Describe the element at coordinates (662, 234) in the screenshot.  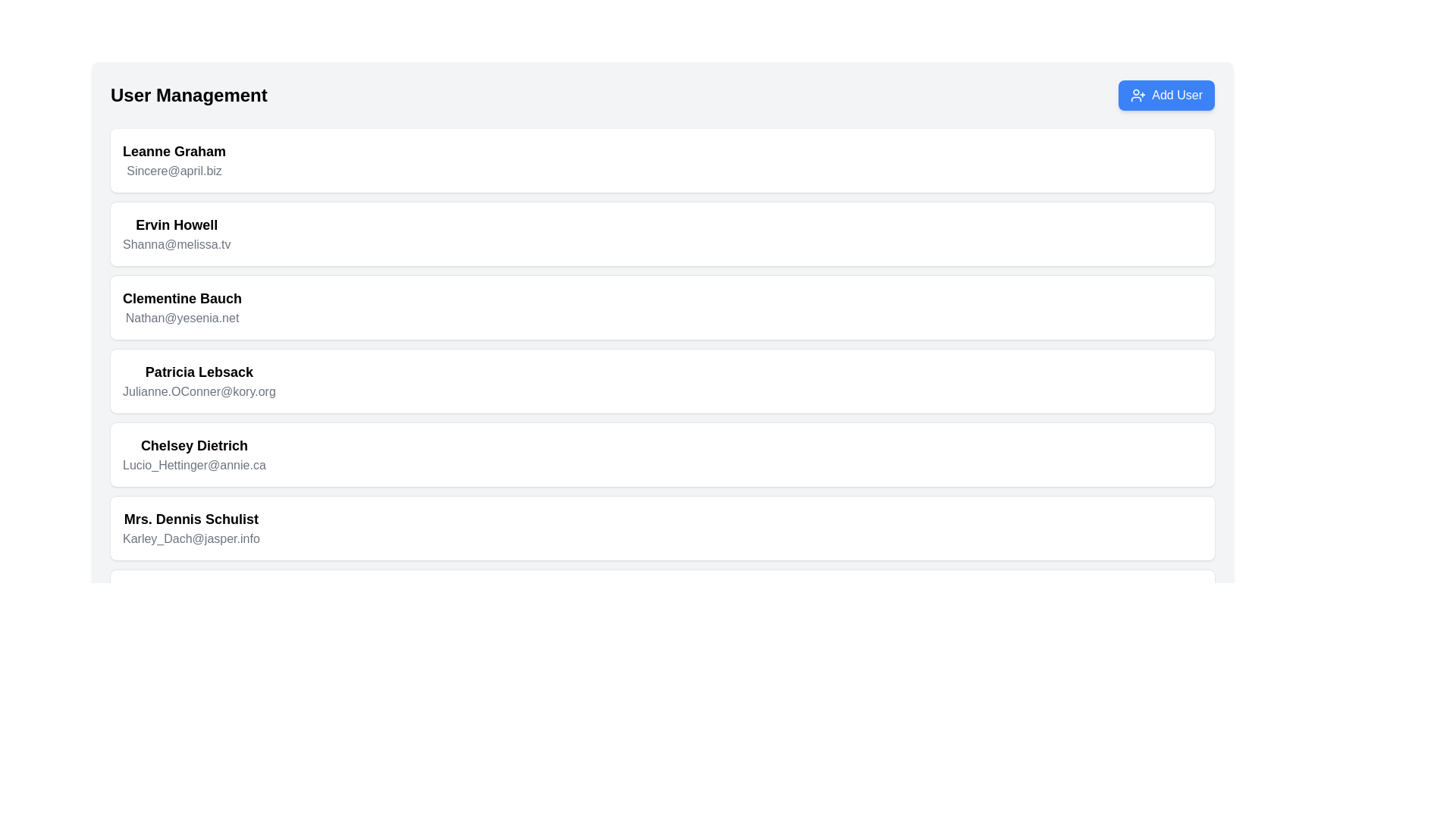
I see `the user profile entry card located between 'Leanne Graham' and 'Clementine Bauch'` at that location.